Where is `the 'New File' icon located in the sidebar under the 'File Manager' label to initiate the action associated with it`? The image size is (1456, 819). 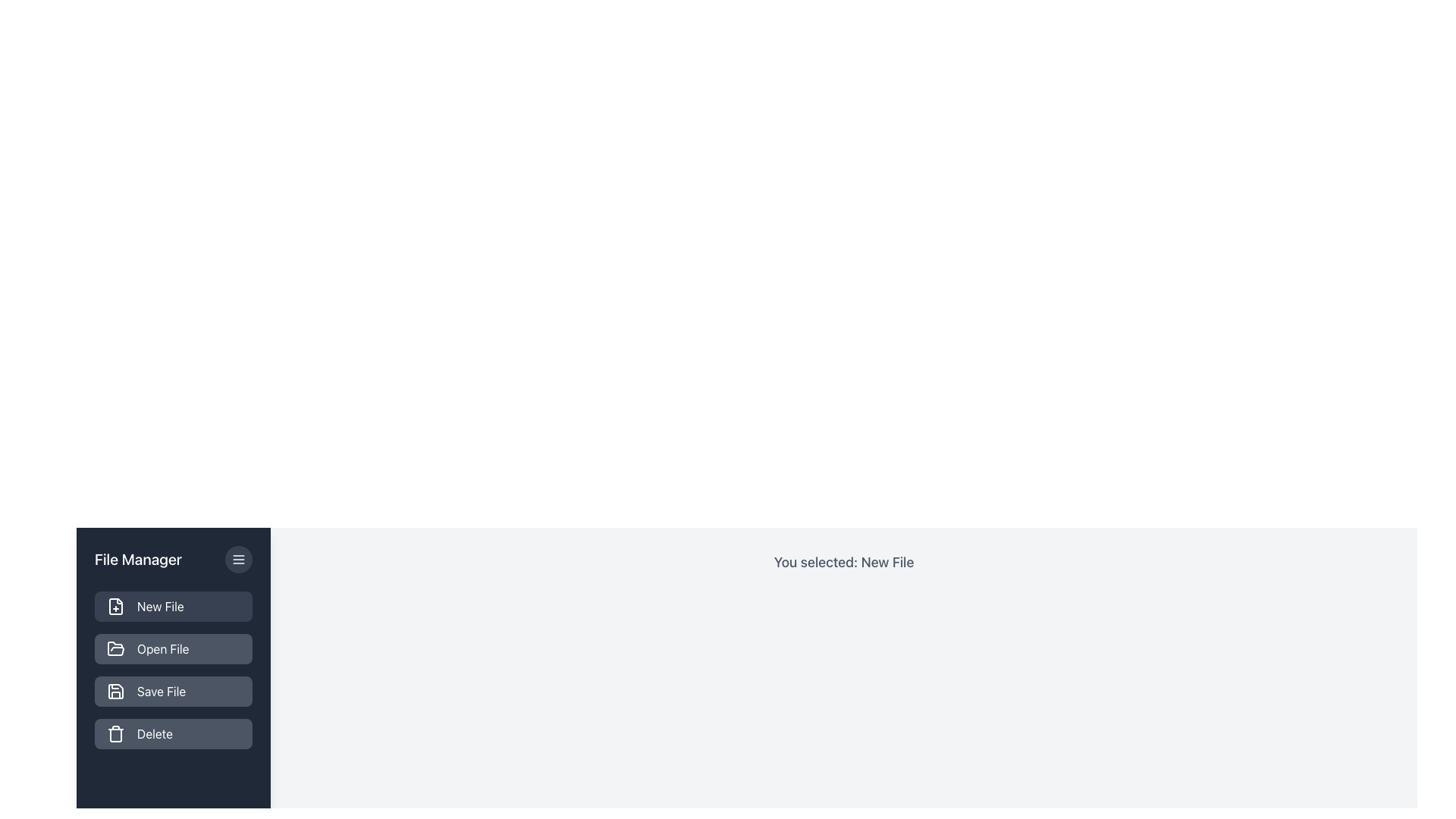
the 'New File' icon located in the sidebar under the 'File Manager' label to initiate the action associated with it is located at coordinates (115, 605).